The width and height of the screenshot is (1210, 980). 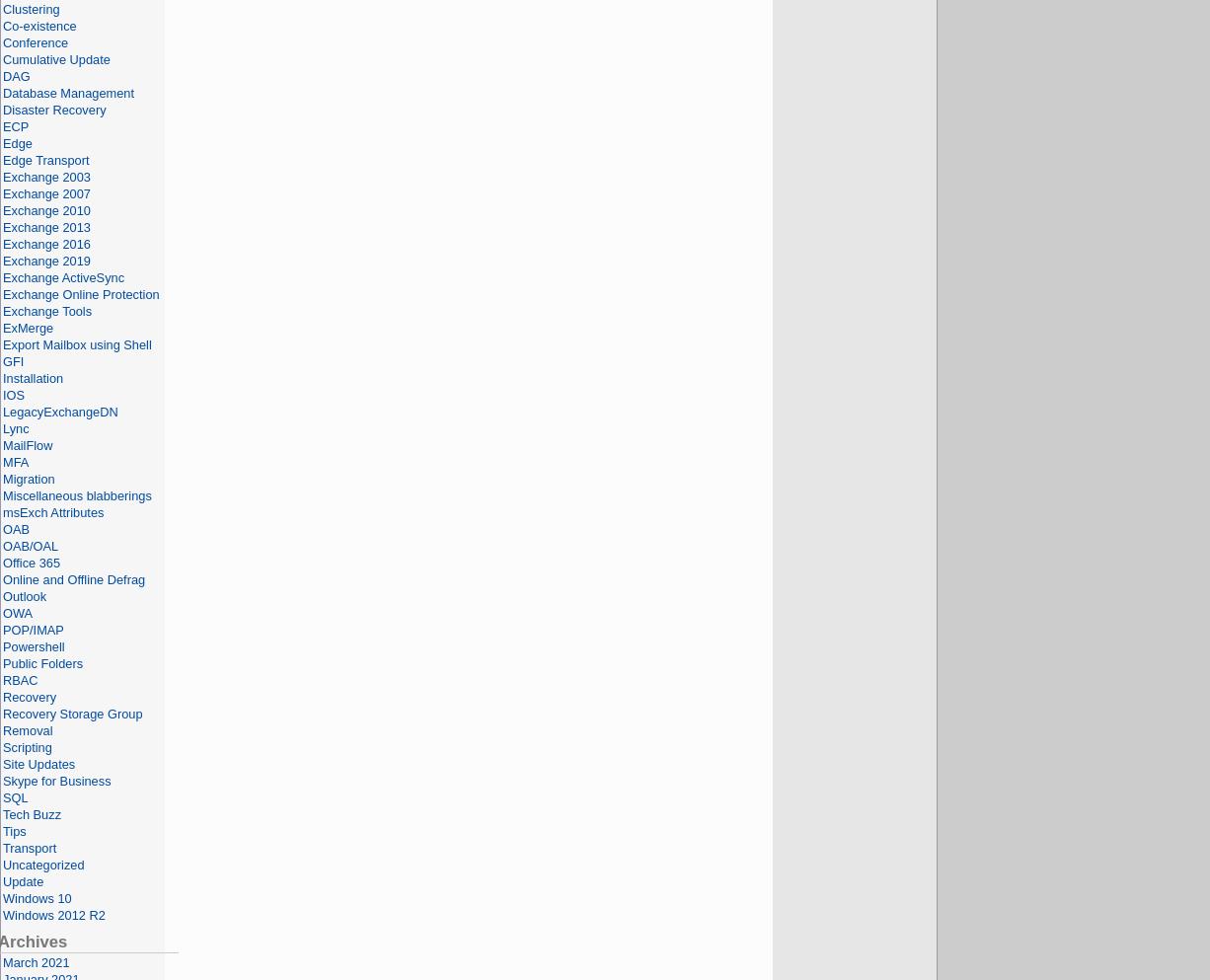 What do you see at coordinates (16, 75) in the screenshot?
I see `'DAG'` at bounding box center [16, 75].